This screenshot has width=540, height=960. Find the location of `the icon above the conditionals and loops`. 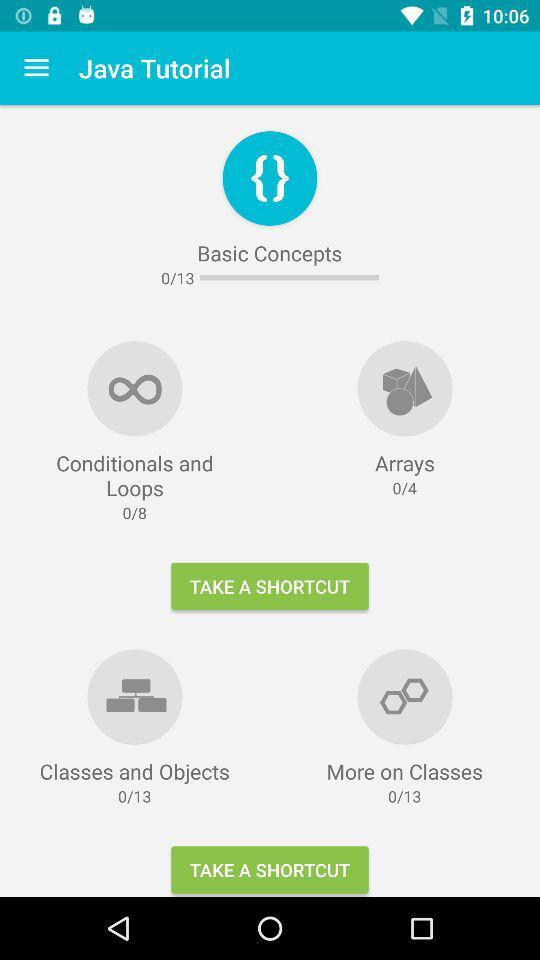

the icon above the conditionals and loops is located at coordinates (36, 68).